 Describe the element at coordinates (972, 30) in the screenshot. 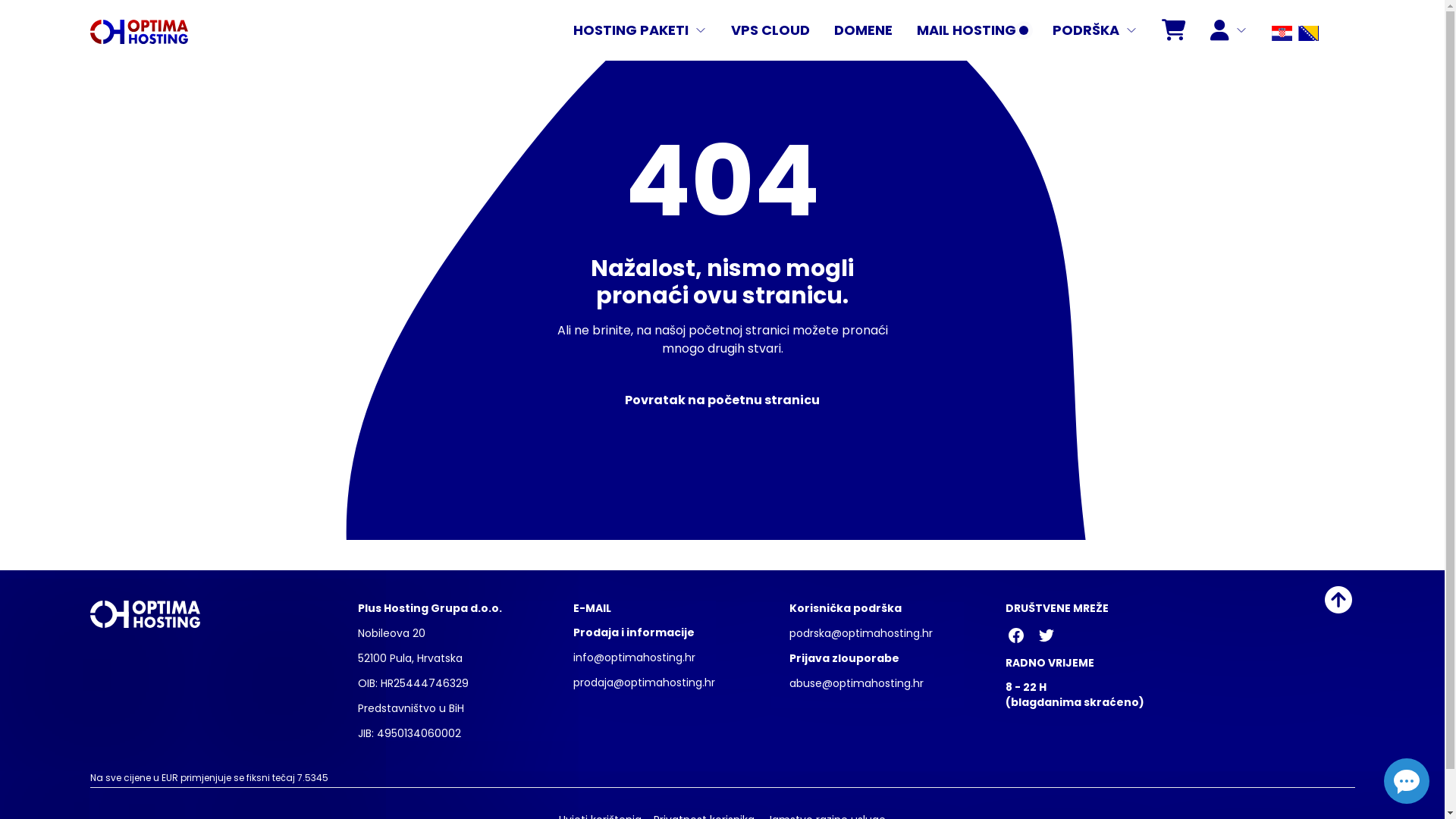

I see `'MAIL HOSTING'` at that location.